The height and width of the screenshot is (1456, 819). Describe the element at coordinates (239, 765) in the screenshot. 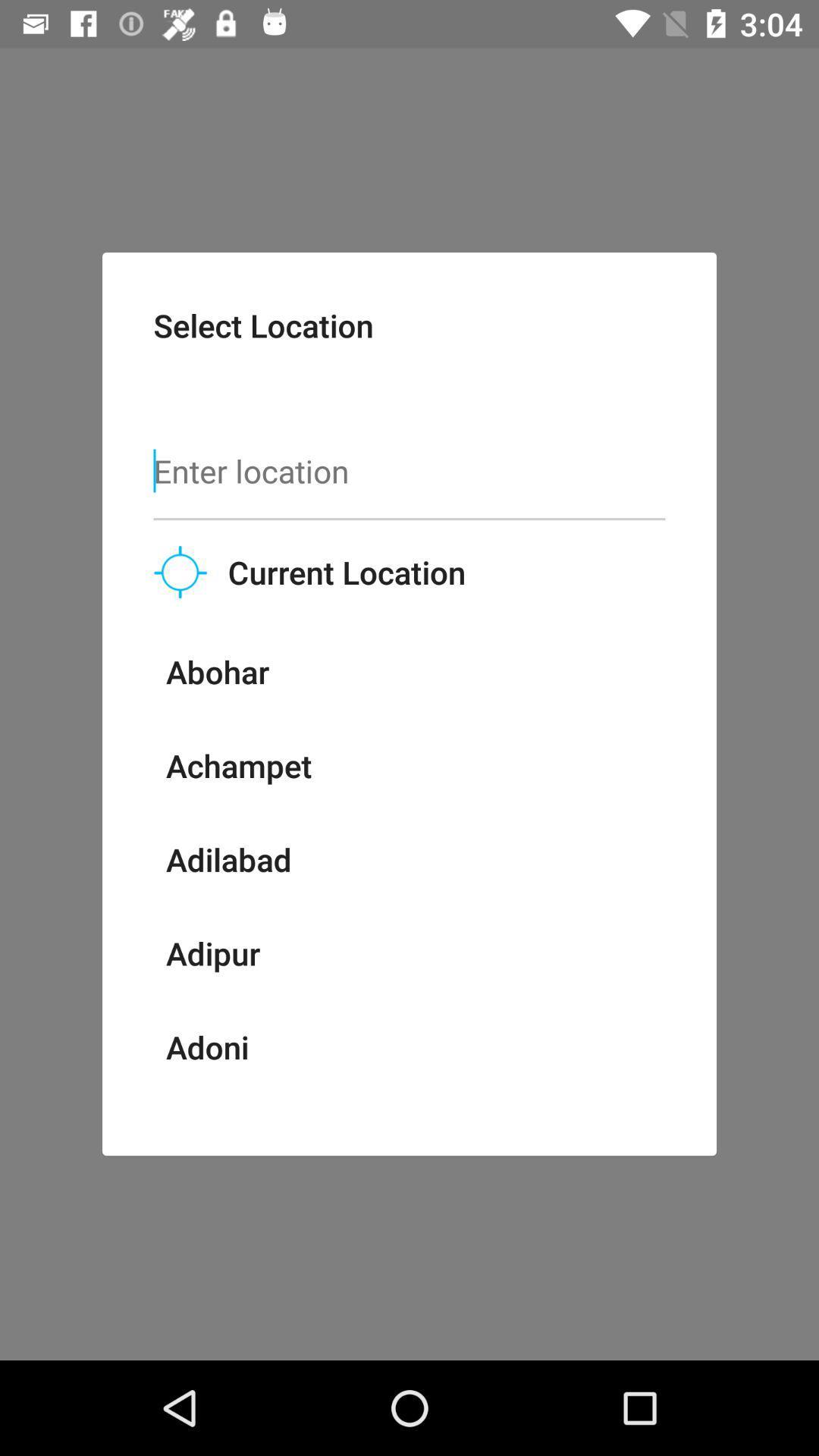

I see `the icon above adilabad item` at that location.